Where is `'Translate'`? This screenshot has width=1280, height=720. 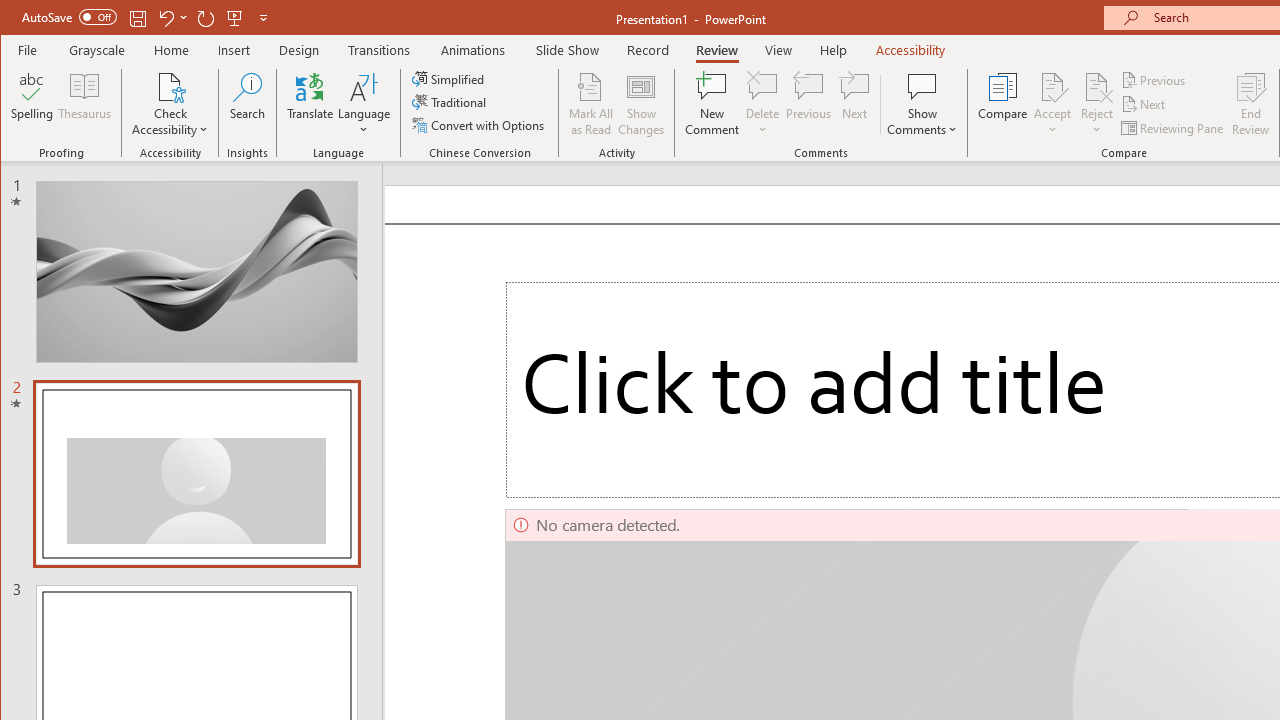
'Translate' is located at coordinates (309, 104).